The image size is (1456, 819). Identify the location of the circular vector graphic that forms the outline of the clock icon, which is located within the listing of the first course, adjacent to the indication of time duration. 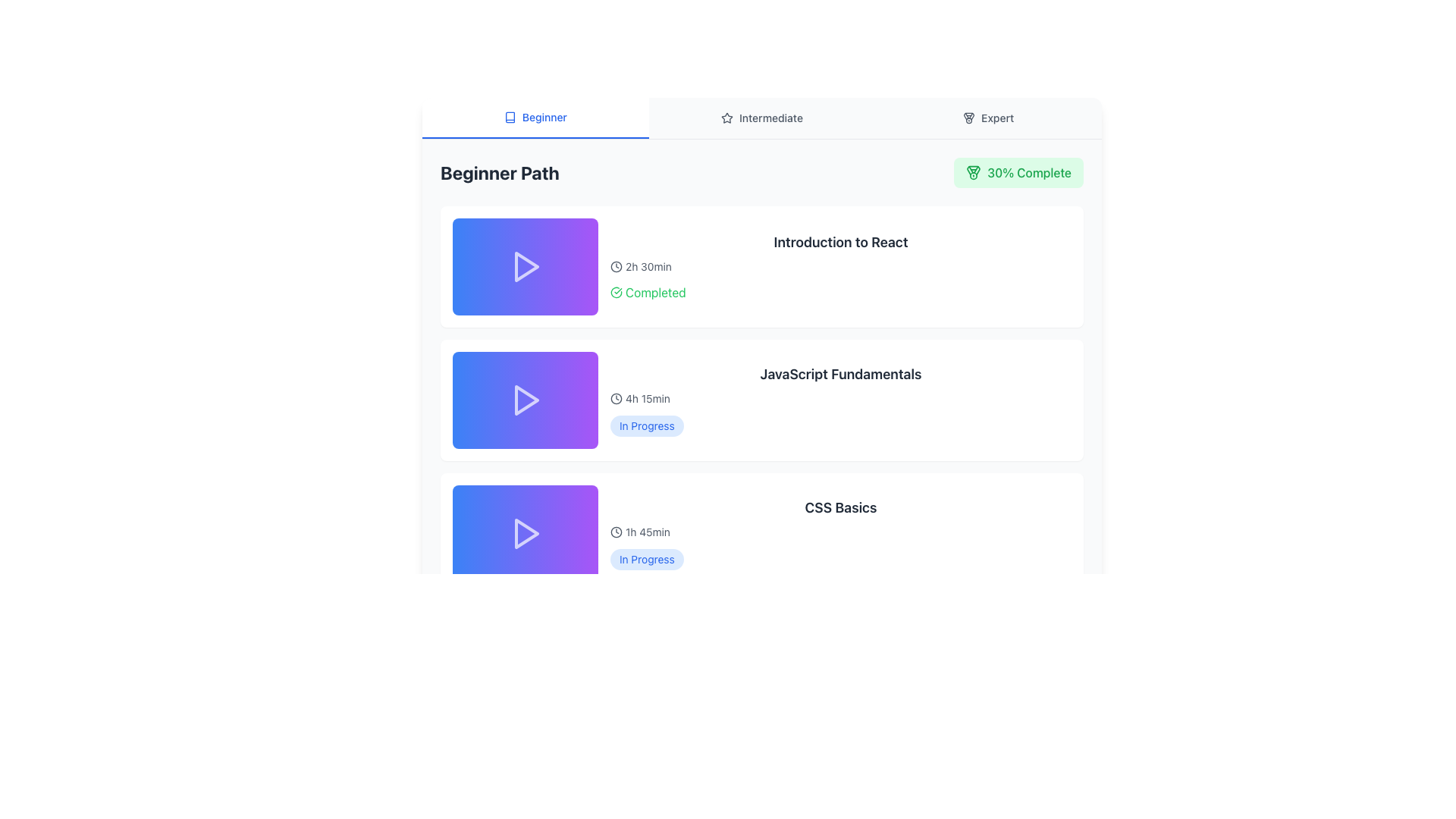
(616, 265).